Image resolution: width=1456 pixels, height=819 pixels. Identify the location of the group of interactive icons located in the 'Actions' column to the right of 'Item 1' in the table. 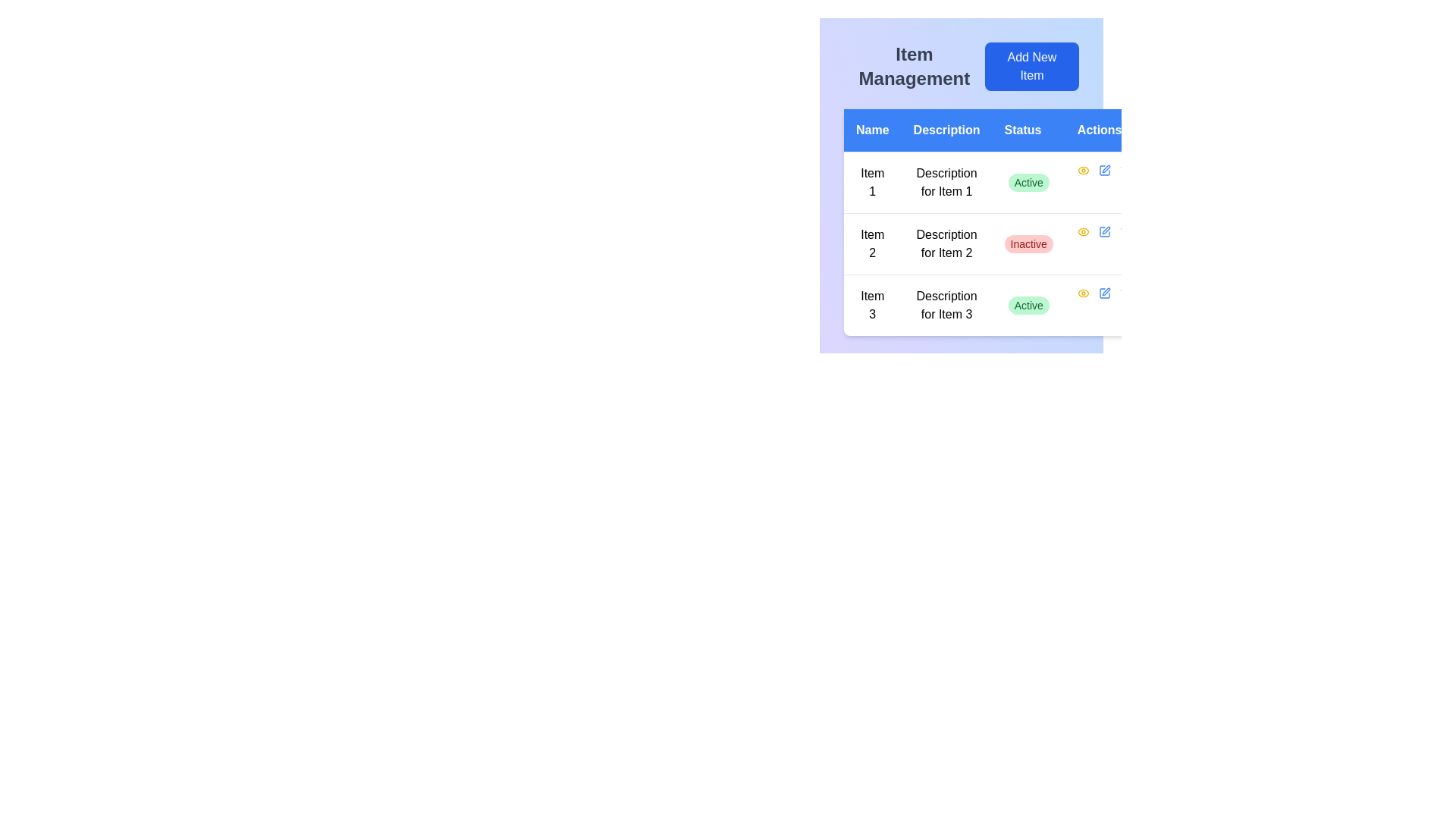
(1104, 170).